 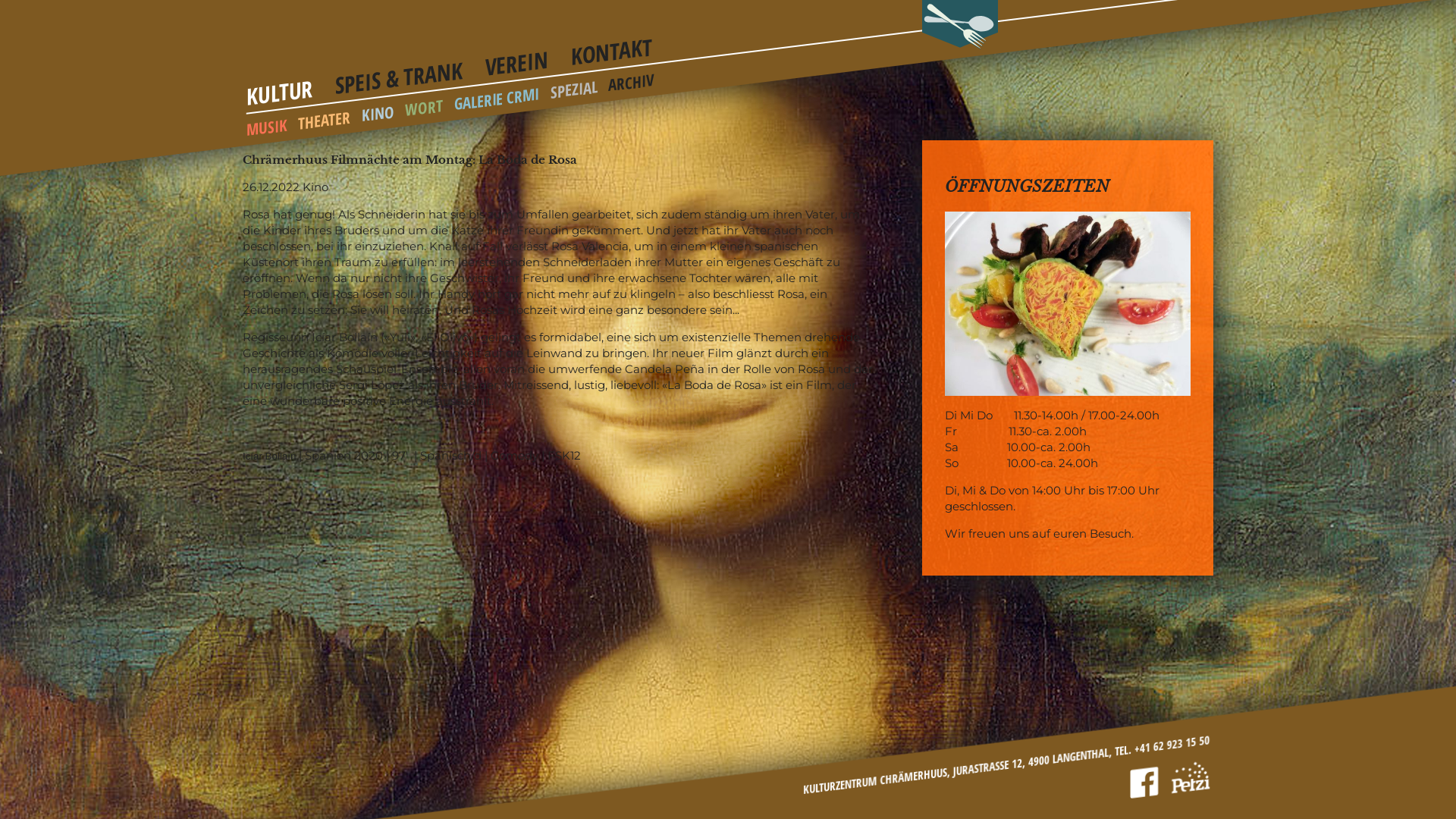 What do you see at coordinates (497, 93) in the screenshot?
I see `'GALERIE CRMI'` at bounding box center [497, 93].